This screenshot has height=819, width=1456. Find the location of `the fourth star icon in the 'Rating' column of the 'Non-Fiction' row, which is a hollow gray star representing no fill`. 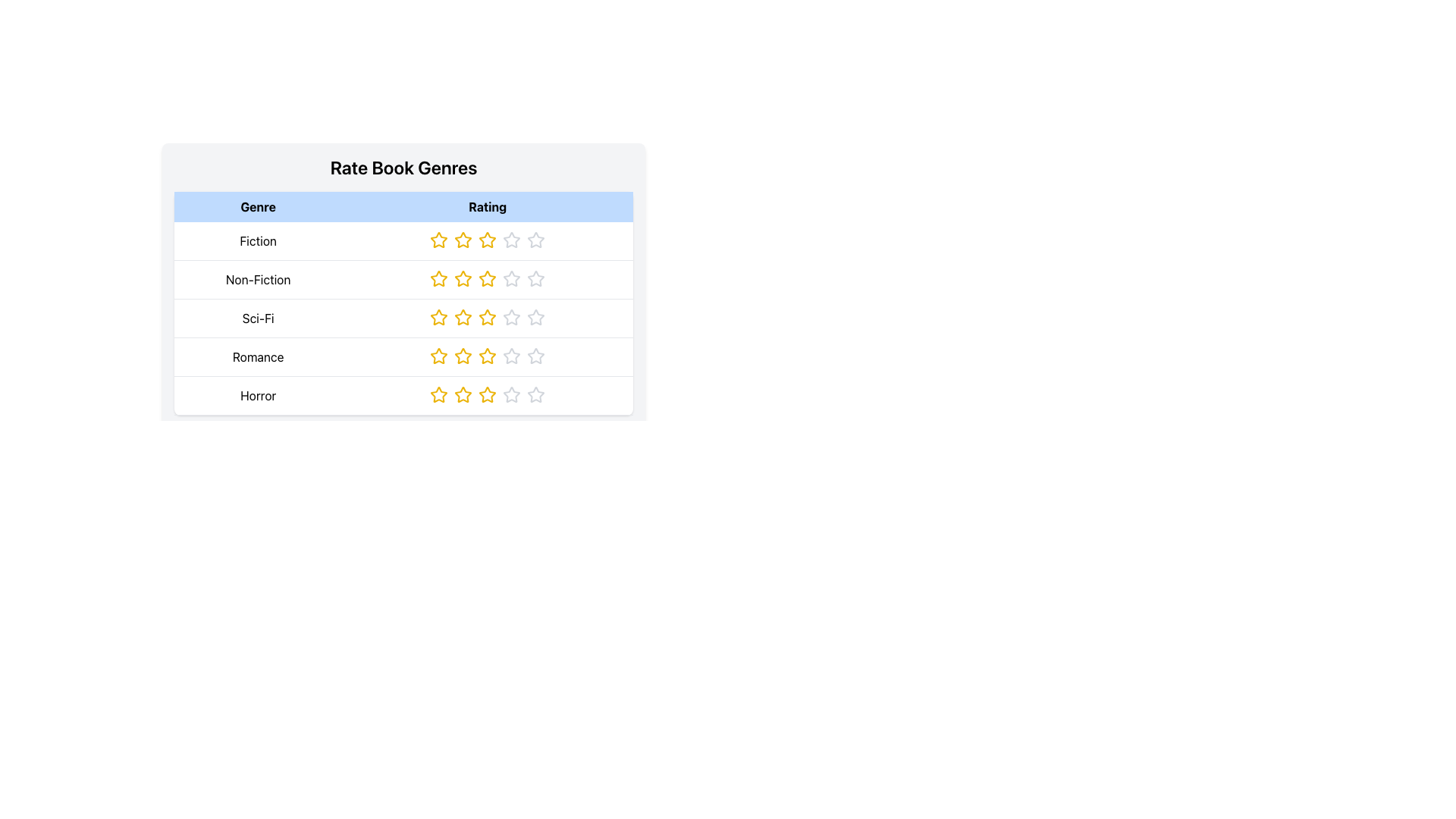

the fourth star icon in the 'Rating' column of the 'Non-Fiction' row, which is a hollow gray star representing no fill is located at coordinates (536, 278).